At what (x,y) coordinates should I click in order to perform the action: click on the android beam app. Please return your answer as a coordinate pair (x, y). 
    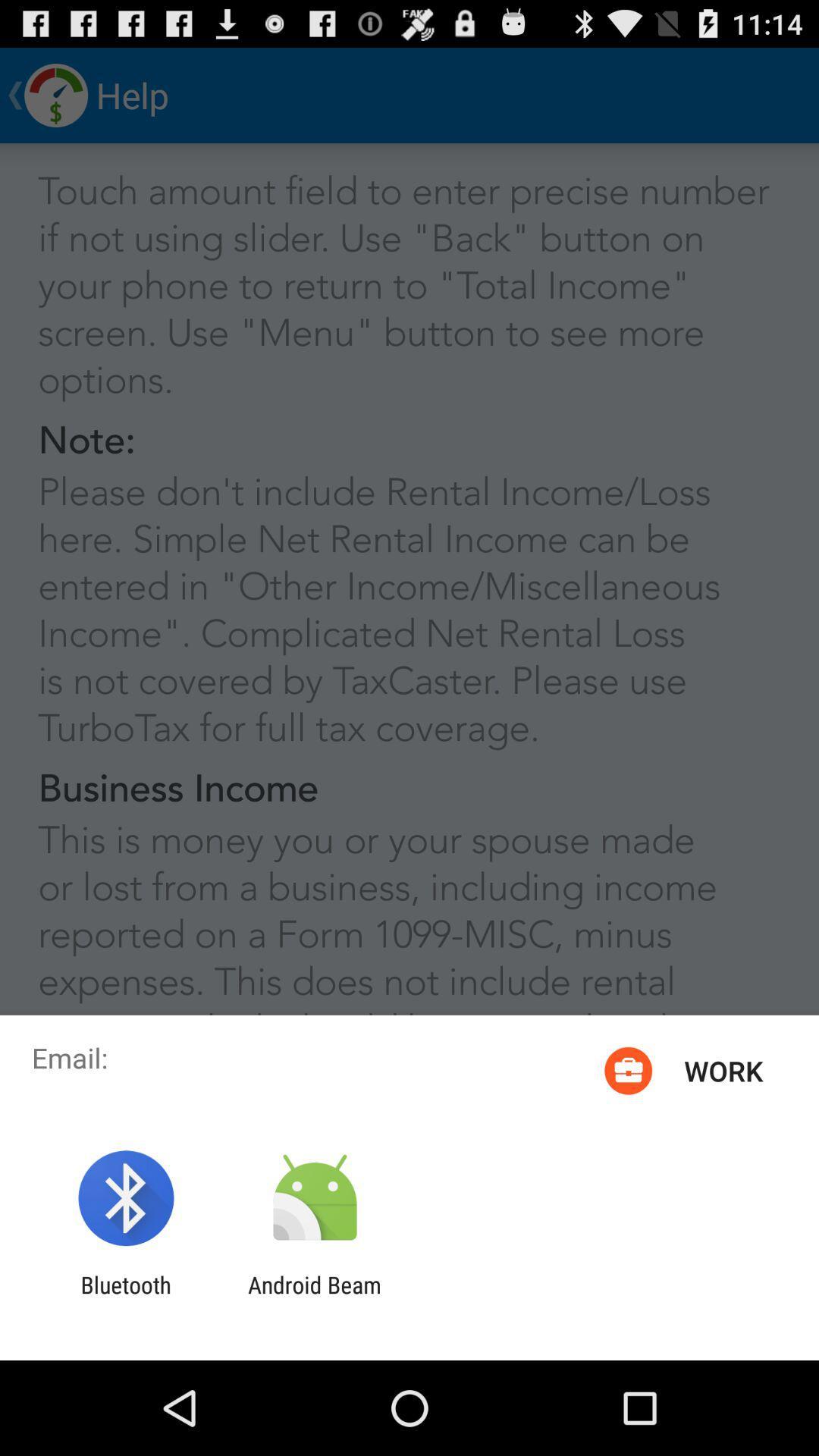
    Looking at the image, I should click on (314, 1298).